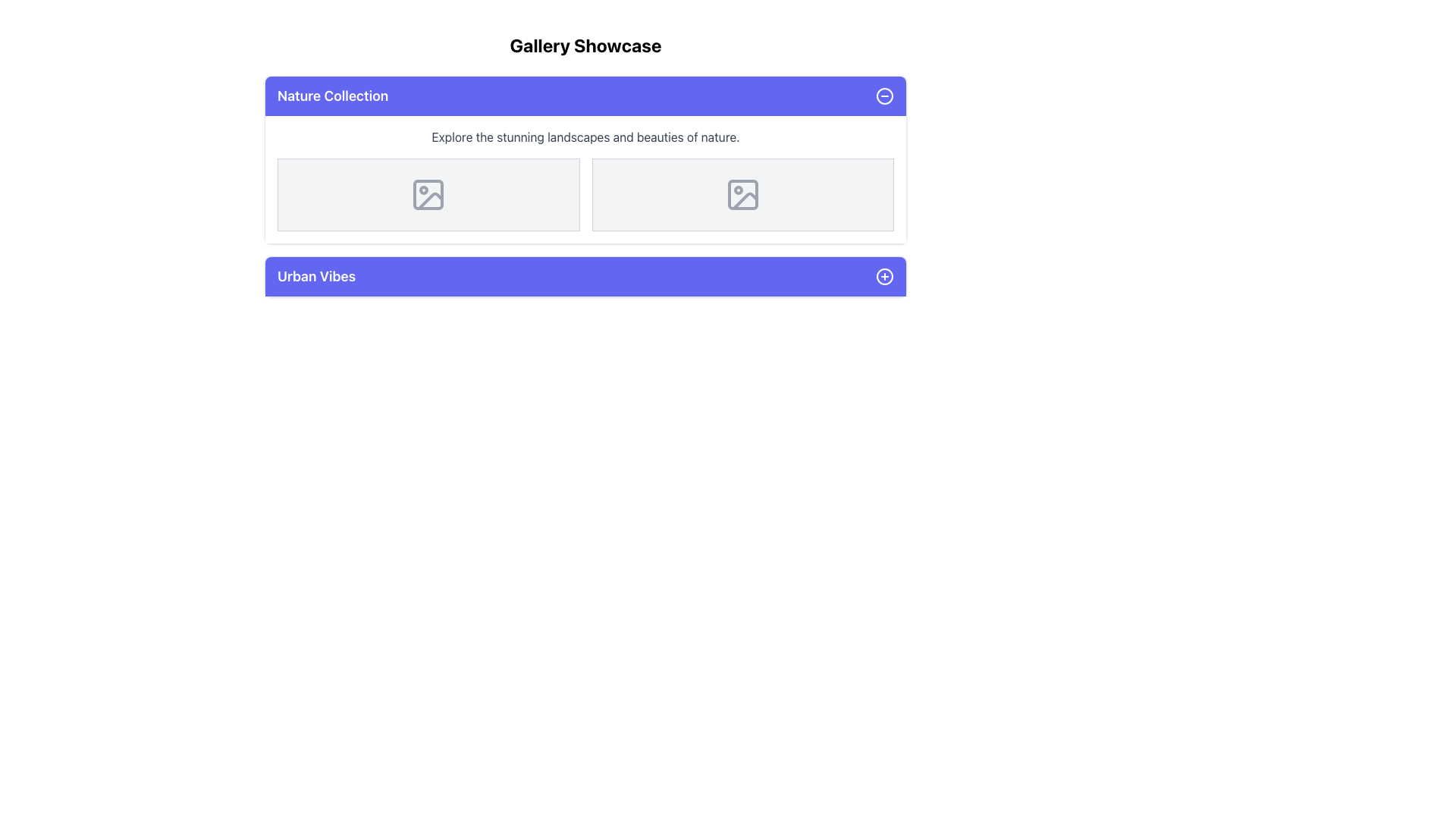  Describe the element at coordinates (884, 96) in the screenshot. I see `the circular icon with a minus symbol located in the top-right corner of the header section of the 'Nature Collection' card` at that location.